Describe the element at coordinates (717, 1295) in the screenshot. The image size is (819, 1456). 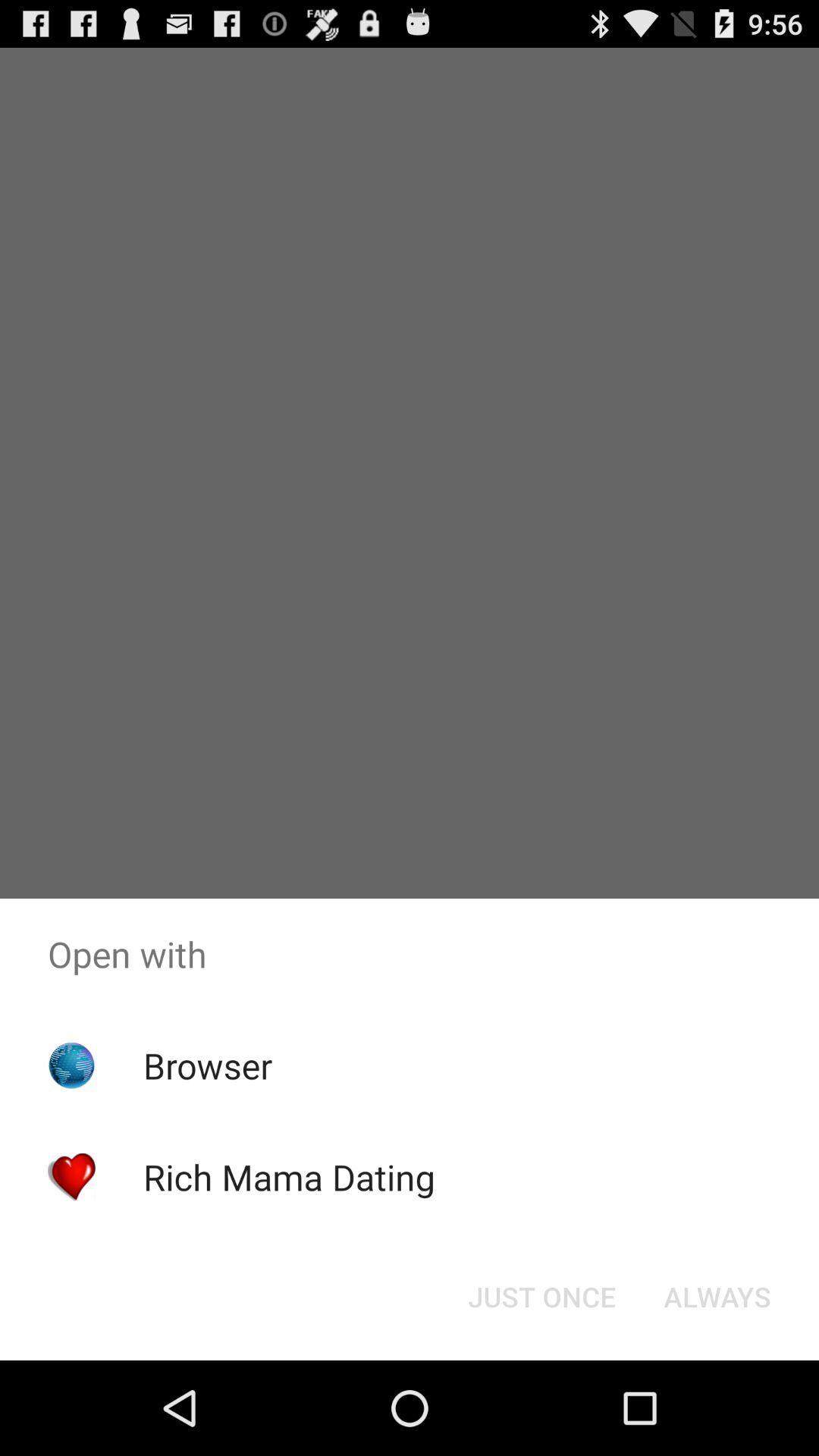
I see `the icon at the bottom right corner` at that location.